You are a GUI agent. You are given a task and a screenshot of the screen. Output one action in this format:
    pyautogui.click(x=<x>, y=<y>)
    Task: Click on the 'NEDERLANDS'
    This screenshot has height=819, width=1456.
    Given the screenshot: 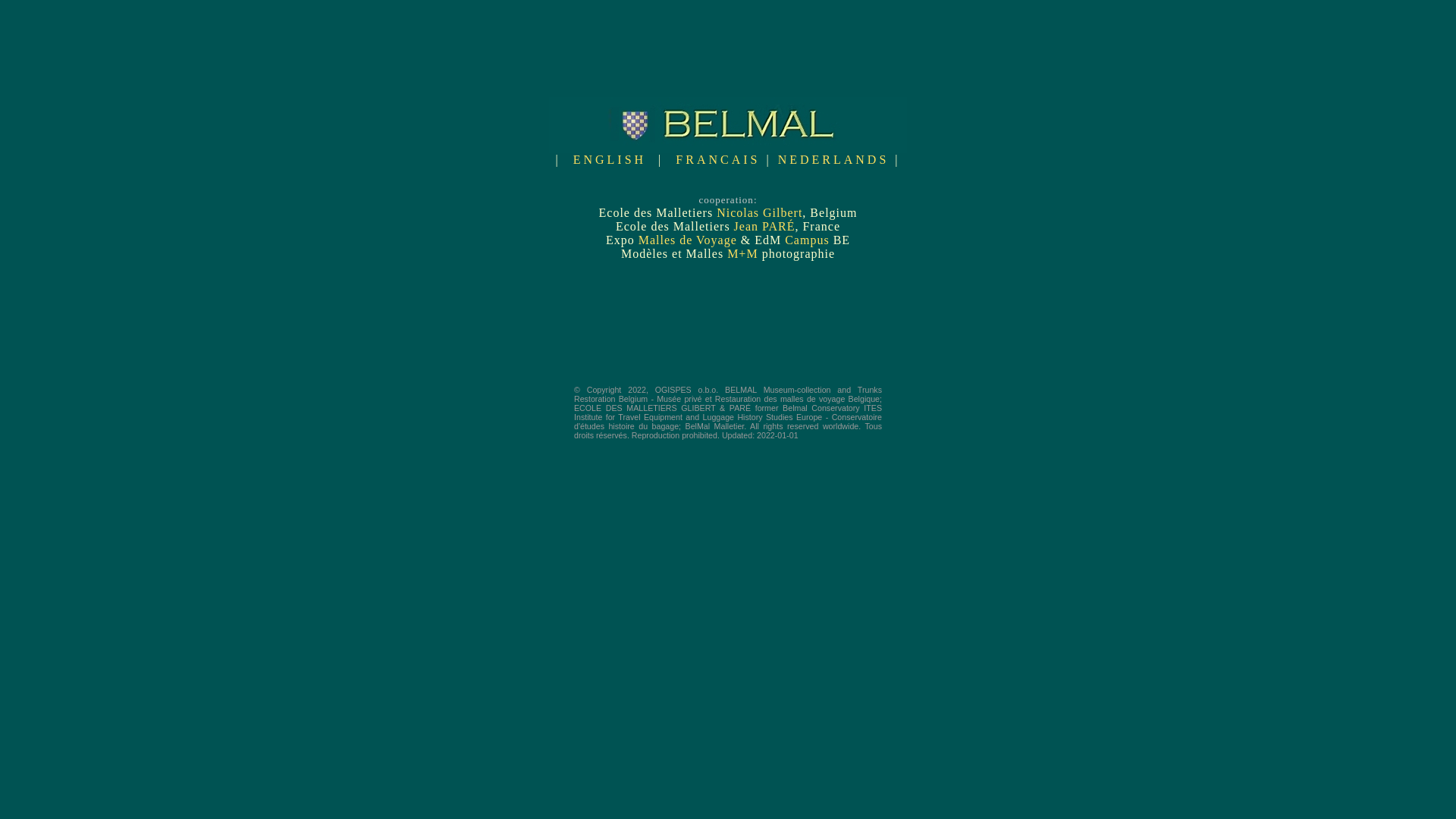 What is the action you would take?
    pyautogui.click(x=833, y=159)
    